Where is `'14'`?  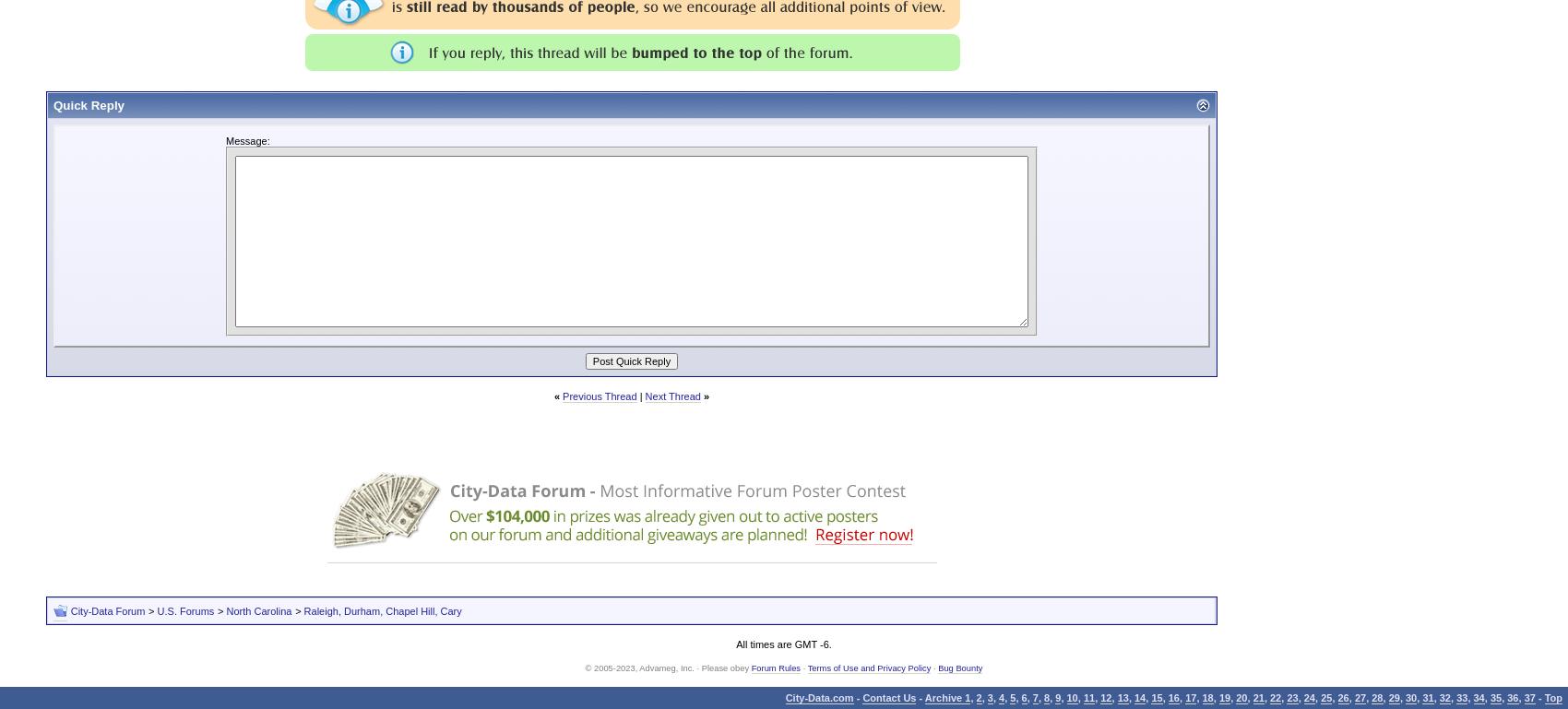
'14' is located at coordinates (1139, 697).